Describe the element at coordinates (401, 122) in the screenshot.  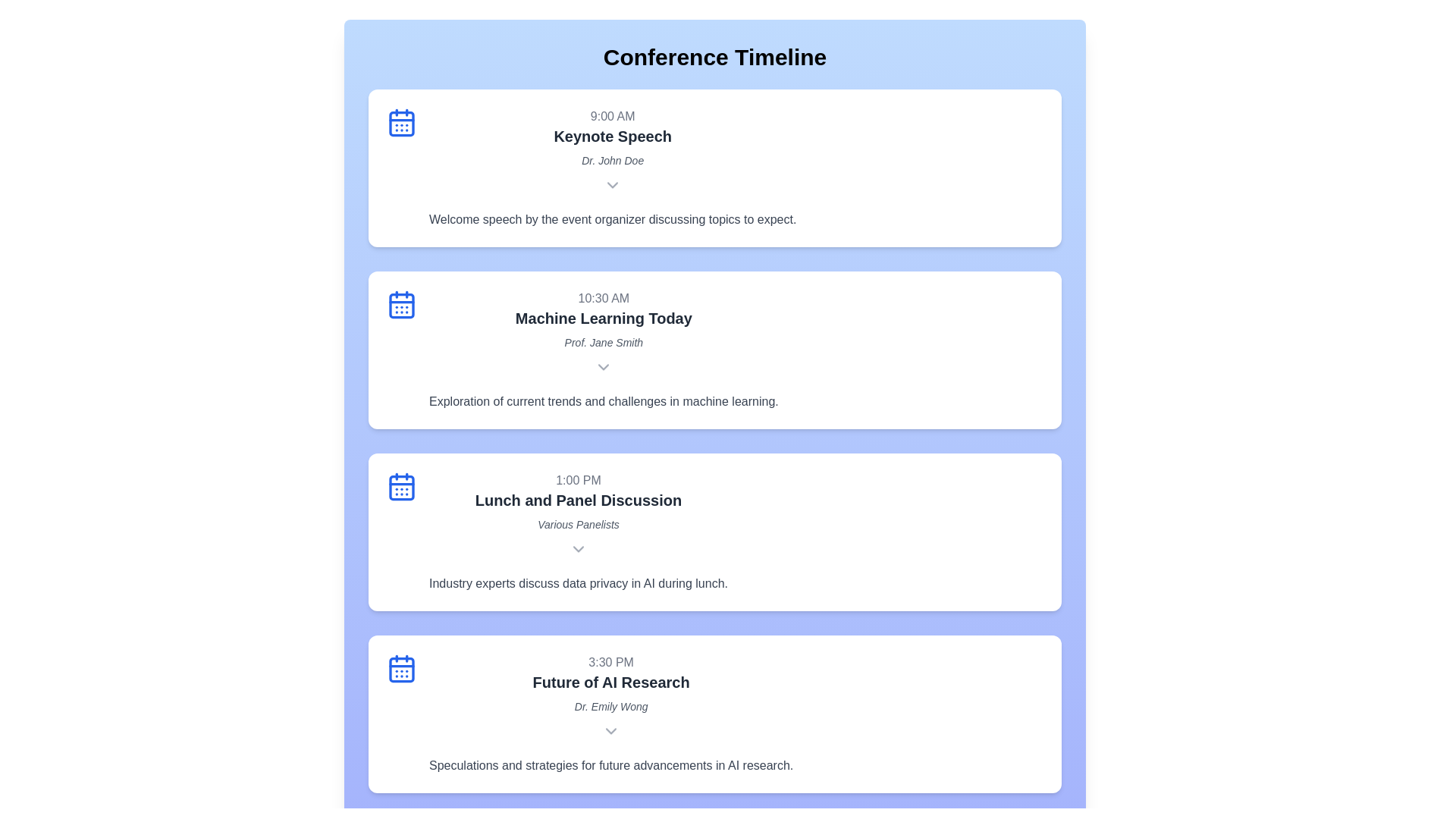
I see `the rectangular background shape with rounded corners that serves as the main body of the calendar icon in the top-left corner of the 'Keynote Speech' card in the 'Conference Timeline' interface` at that location.